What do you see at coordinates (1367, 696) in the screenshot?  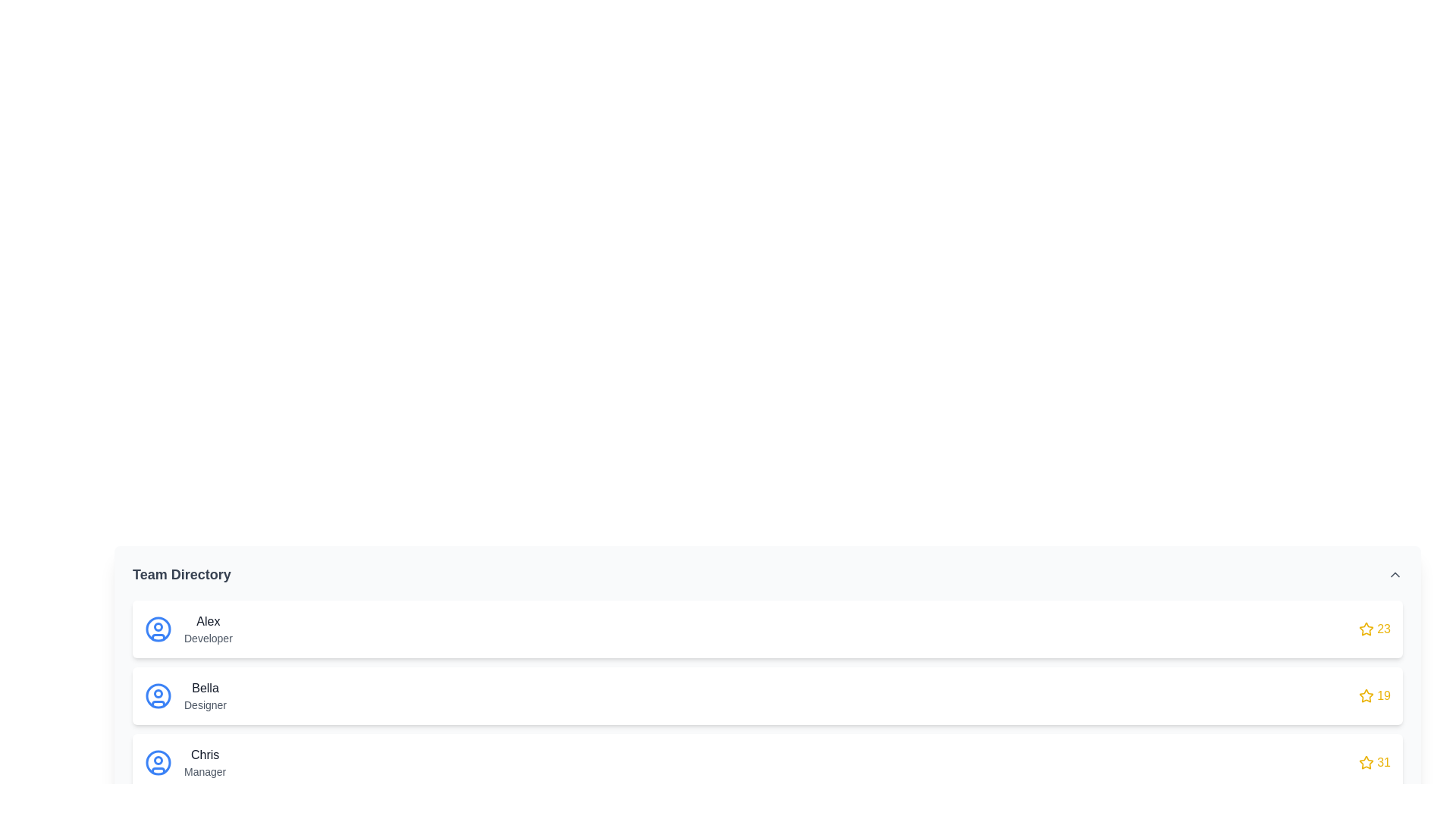 I see `the star icon with a yellow outline, which is located next to the numeric value '19' in the right section of the second row` at bounding box center [1367, 696].